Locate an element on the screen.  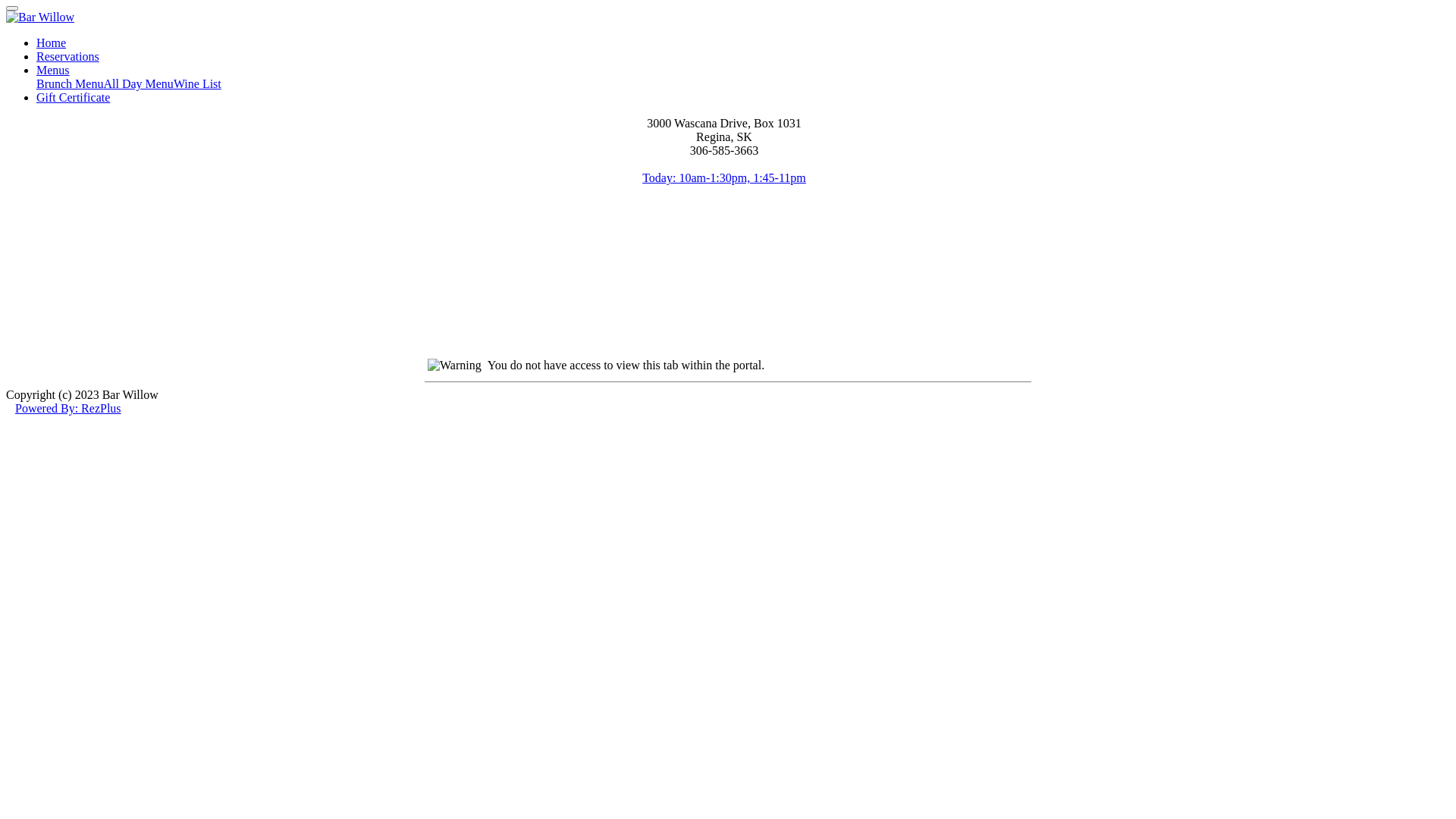
'Wine List' is located at coordinates (174, 83).